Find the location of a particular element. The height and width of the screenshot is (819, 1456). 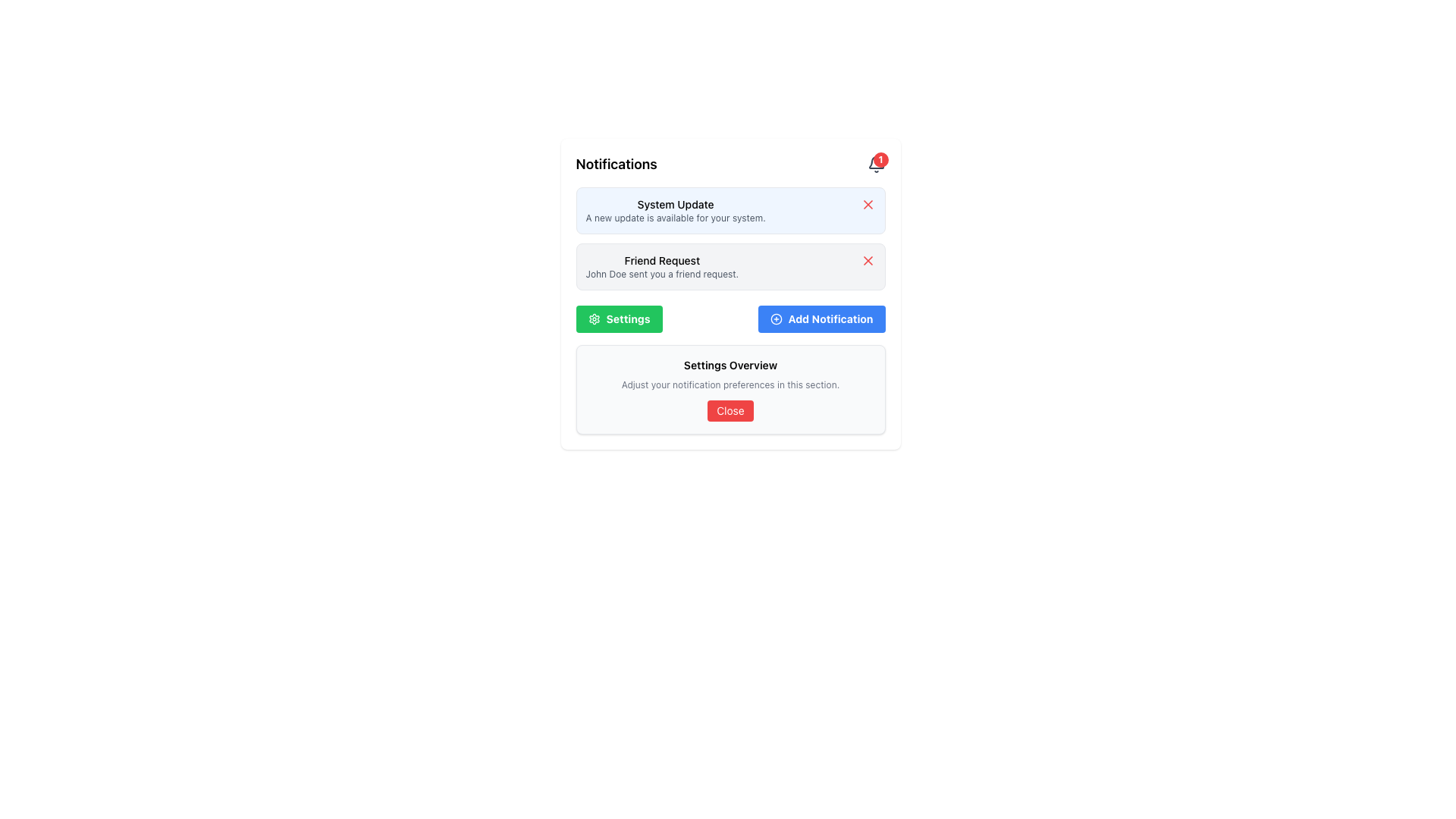

the SVG icon shaped like a gear, which symbolizes settings, located inside a green button labeled 'Settings' in the notification panel is located at coordinates (593, 318).